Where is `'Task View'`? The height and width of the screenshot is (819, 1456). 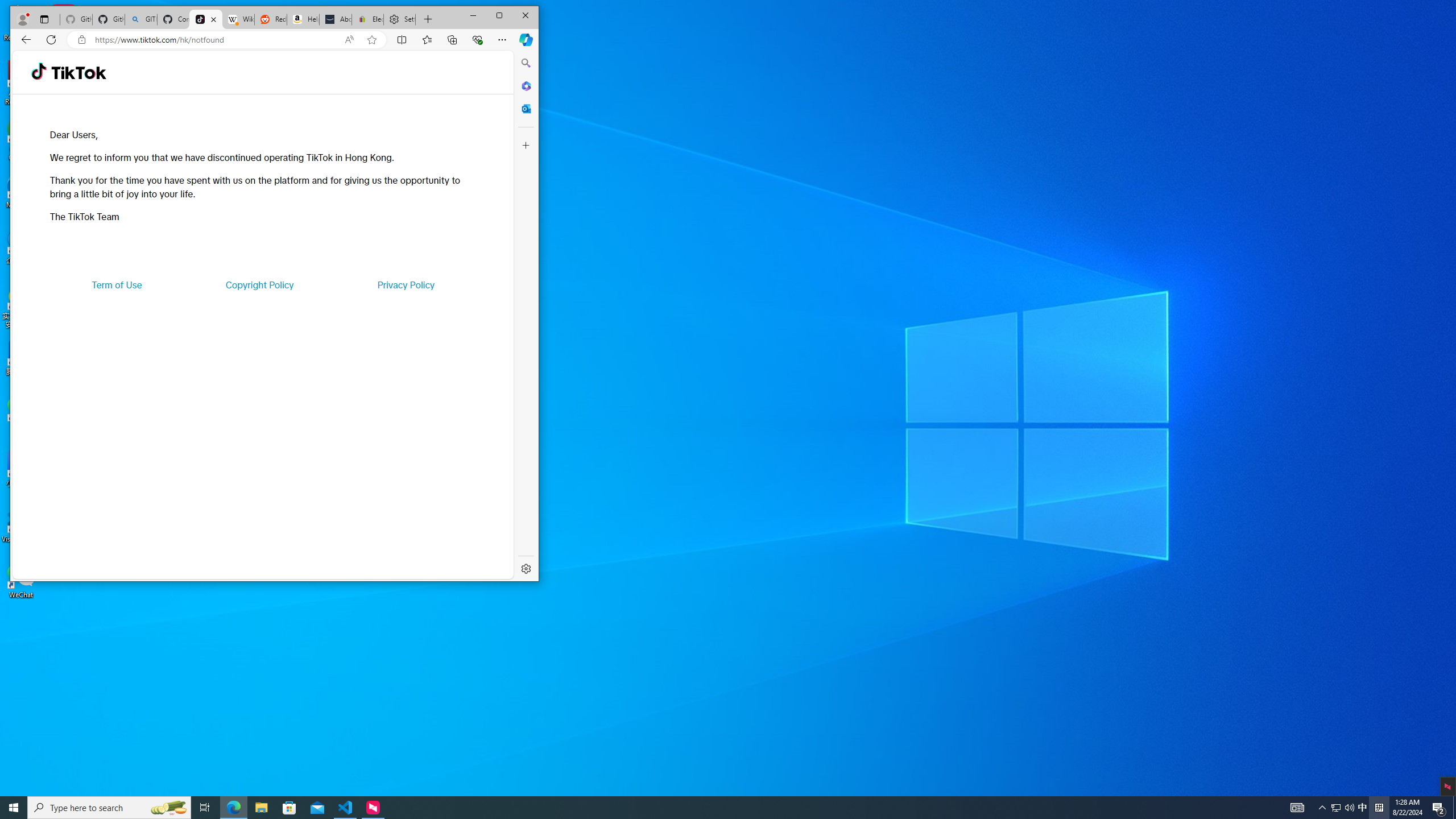 'Task View' is located at coordinates (204, 806).